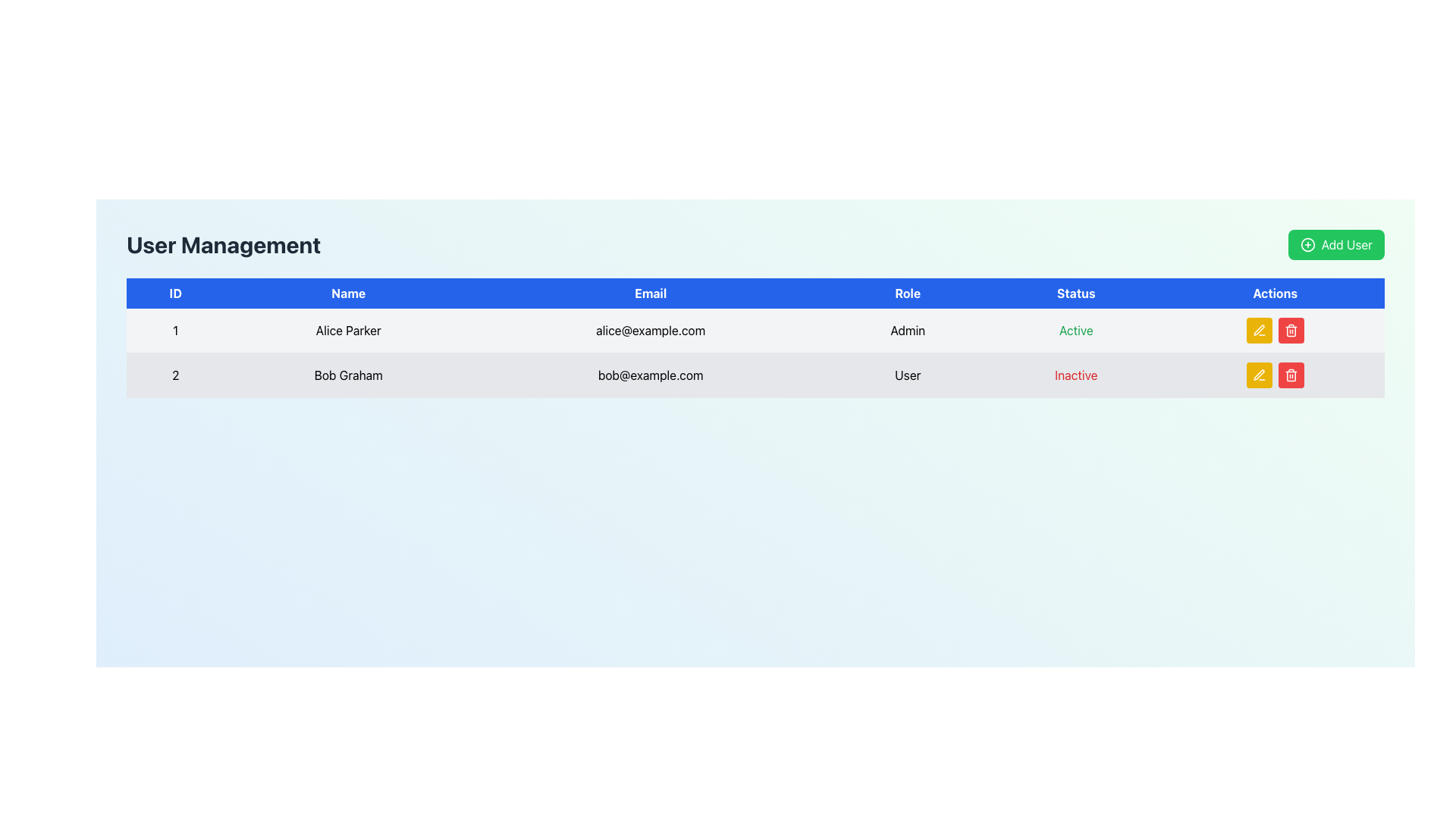  I want to click on the edit icon button located in the 'Actions' column of the second row for the user 'Bob Graham' to initiate the editing action, so click(1259, 375).